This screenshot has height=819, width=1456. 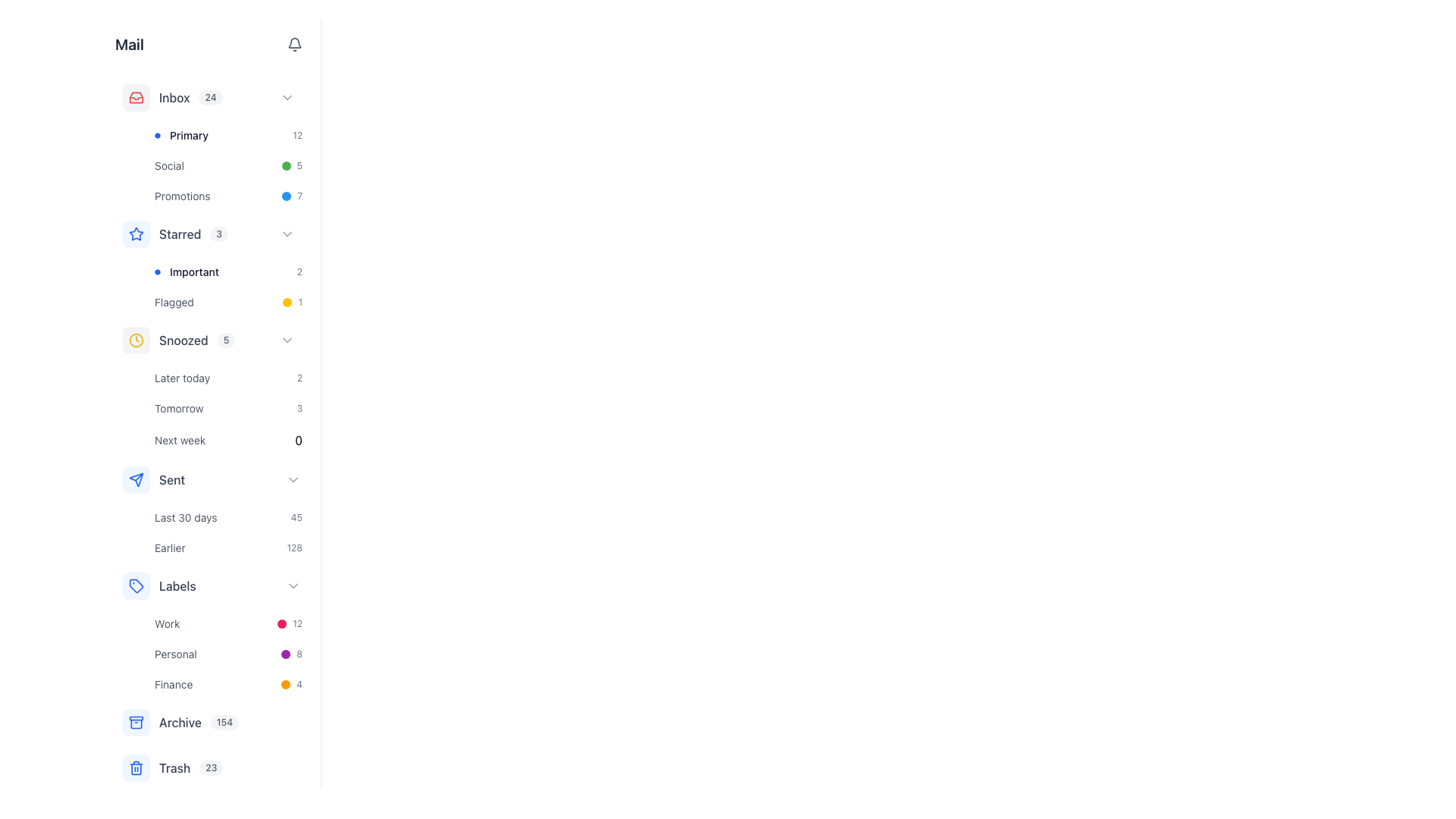 I want to click on the Text label that serves as a numerical indicator, located to the right of a small circular purple icon in the 'Personal' section under 'Labels', so click(x=300, y=654).